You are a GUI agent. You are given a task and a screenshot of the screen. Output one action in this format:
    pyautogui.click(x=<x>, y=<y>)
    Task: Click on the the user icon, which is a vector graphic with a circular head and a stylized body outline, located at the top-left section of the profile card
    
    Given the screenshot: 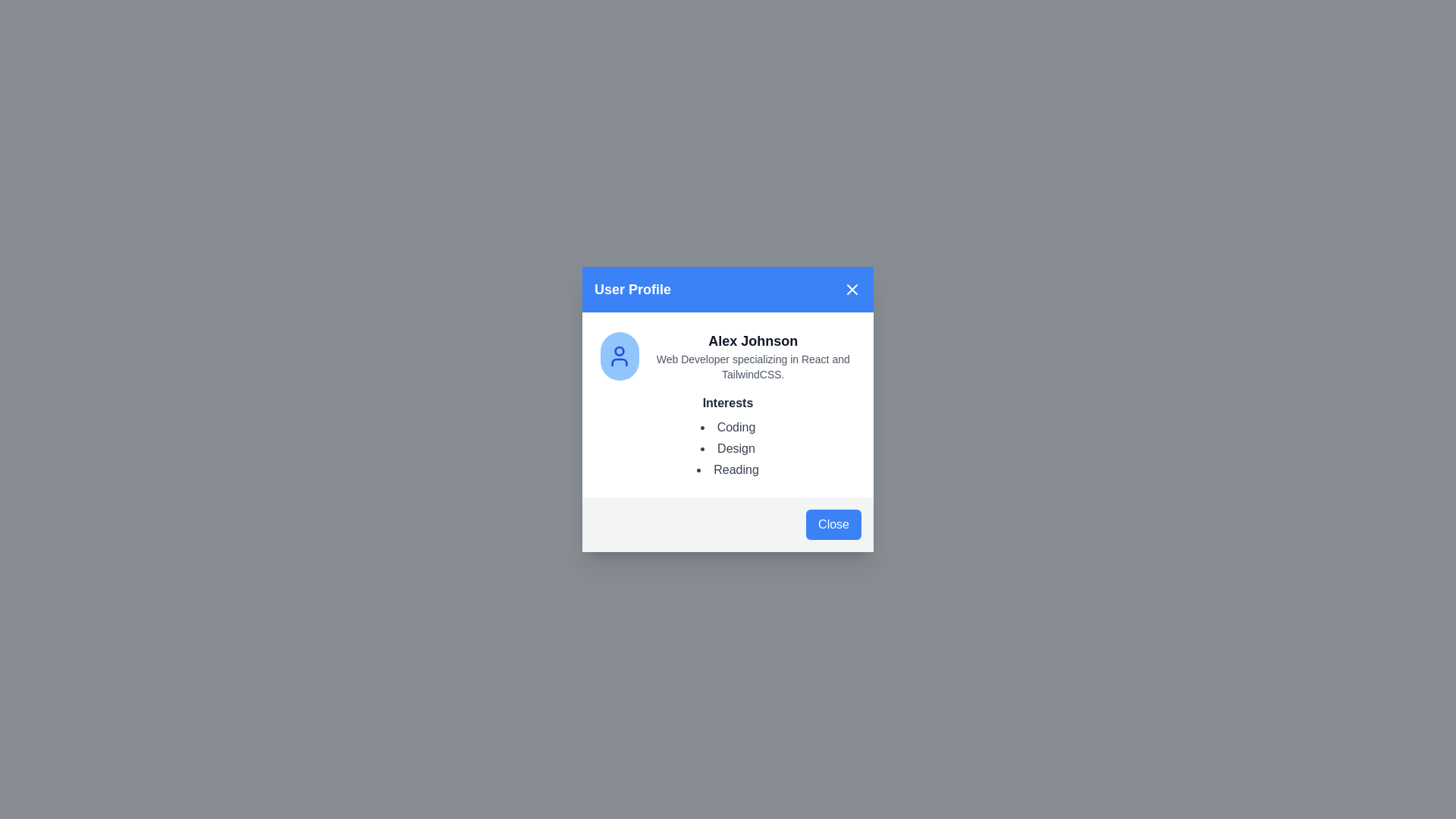 What is the action you would take?
    pyautogui.click(x=620, y=356)
    